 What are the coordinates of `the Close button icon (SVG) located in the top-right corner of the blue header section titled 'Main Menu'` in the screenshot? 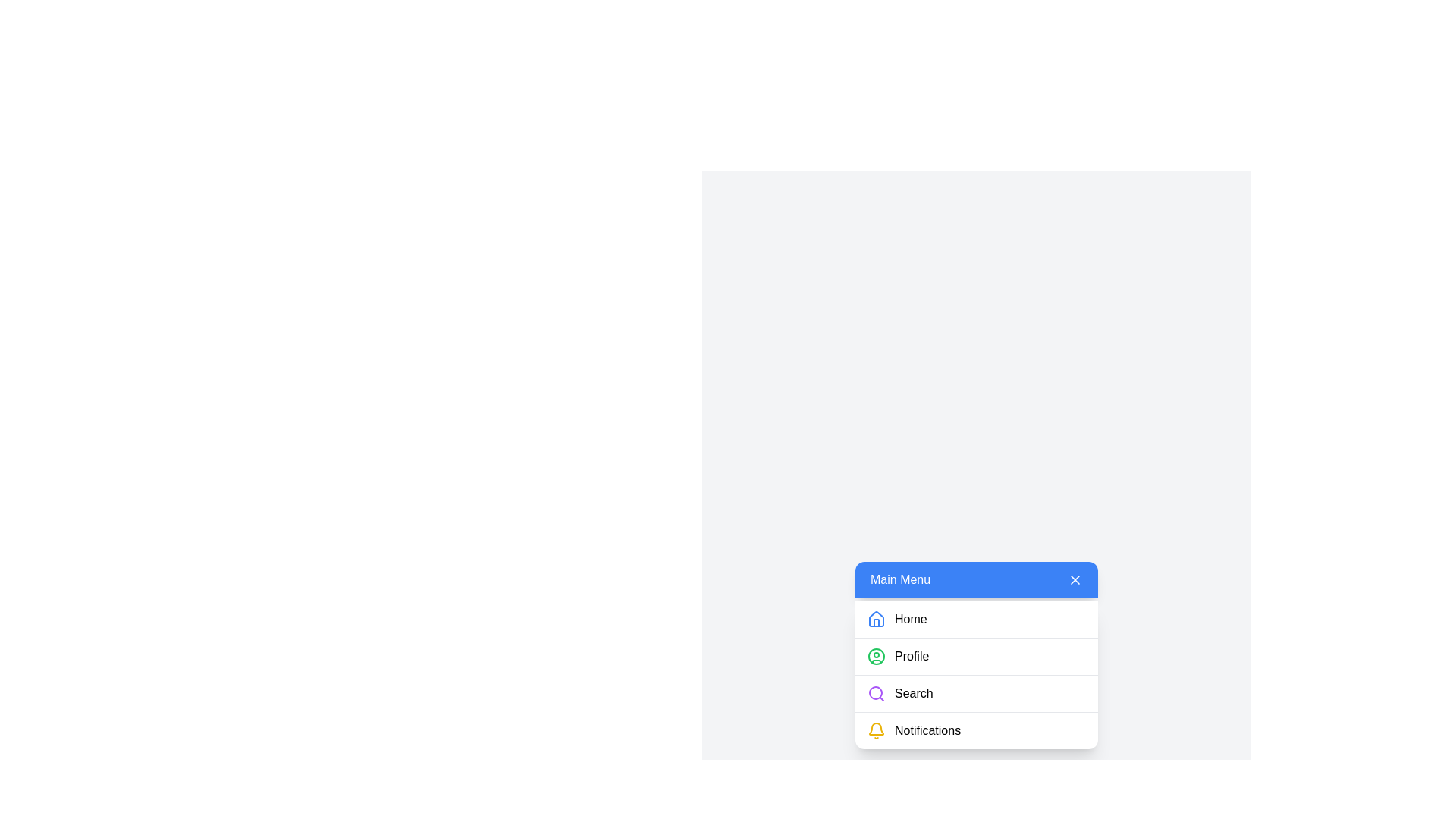 It's located at (1074, 579).